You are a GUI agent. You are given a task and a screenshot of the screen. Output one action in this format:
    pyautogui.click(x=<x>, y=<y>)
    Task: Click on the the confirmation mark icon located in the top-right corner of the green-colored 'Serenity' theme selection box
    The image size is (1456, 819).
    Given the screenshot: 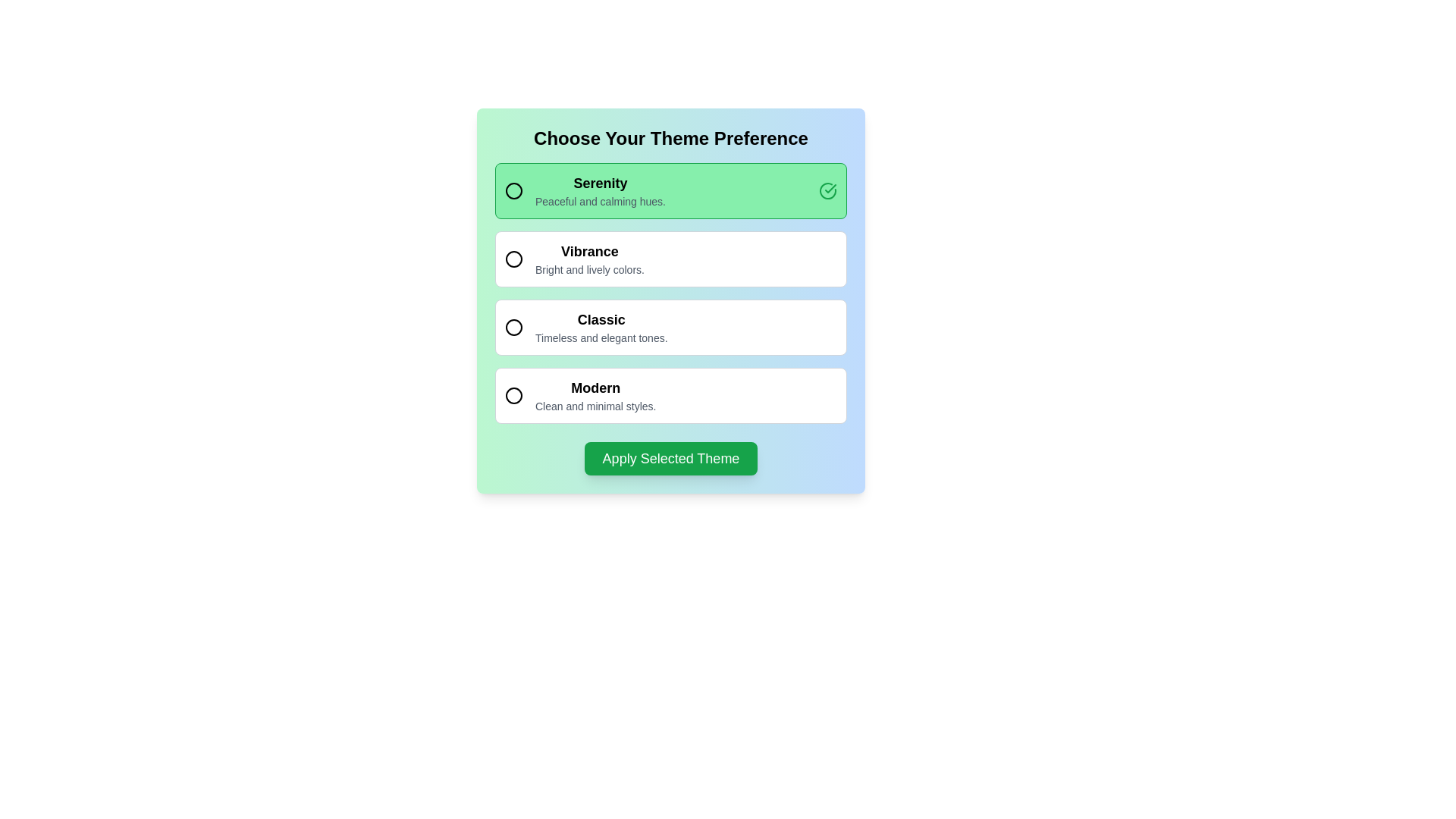 What is the action you would take?
    pyautogui.click(x=830, y=188)
    